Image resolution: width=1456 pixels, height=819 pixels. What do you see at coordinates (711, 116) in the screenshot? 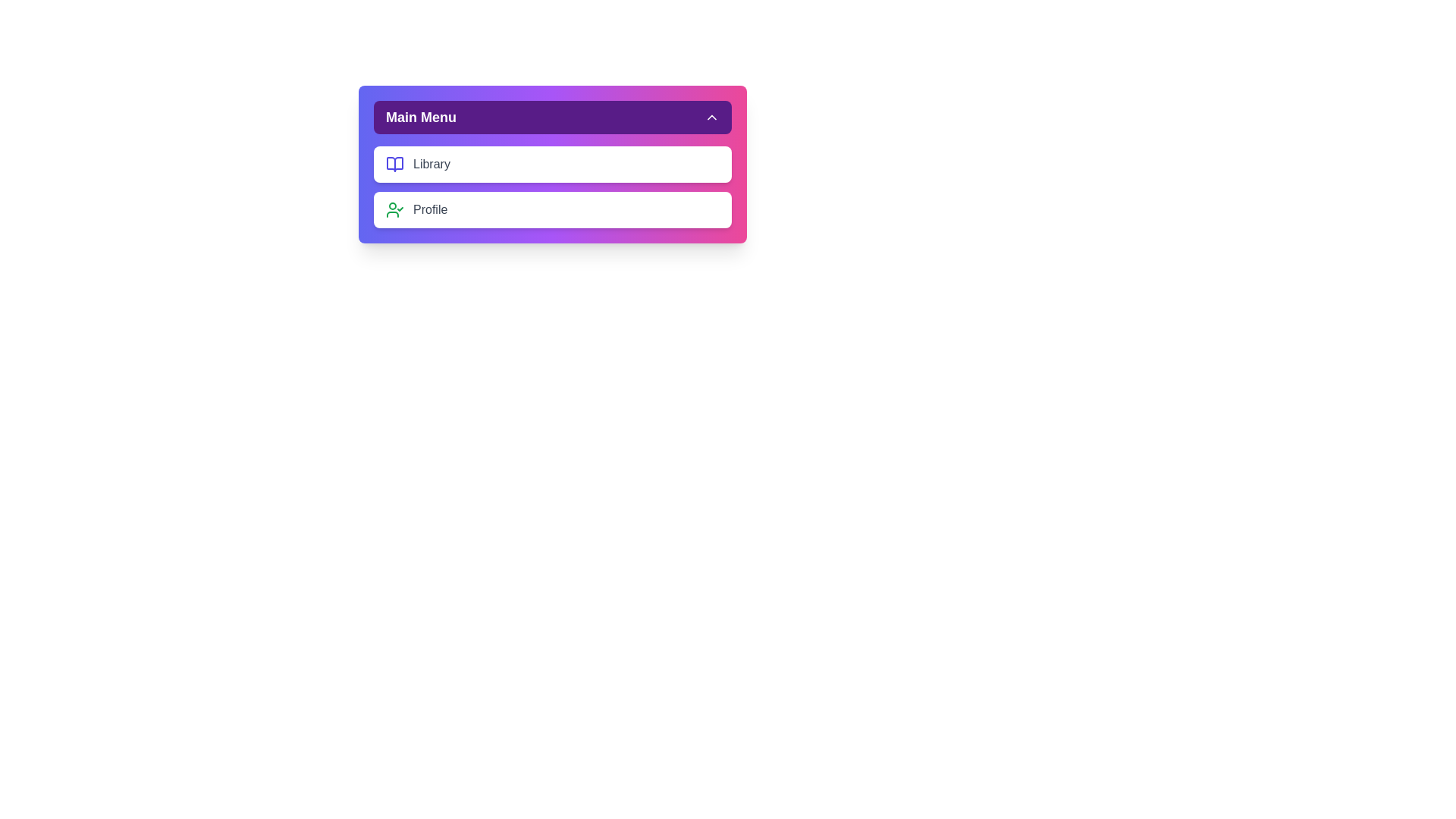
I see `the Chevron Upwards icon located at the far right end of the purple bar, just after the text 'Main Menu', to interact with the menu toggle` at bounding box center [711, 116].